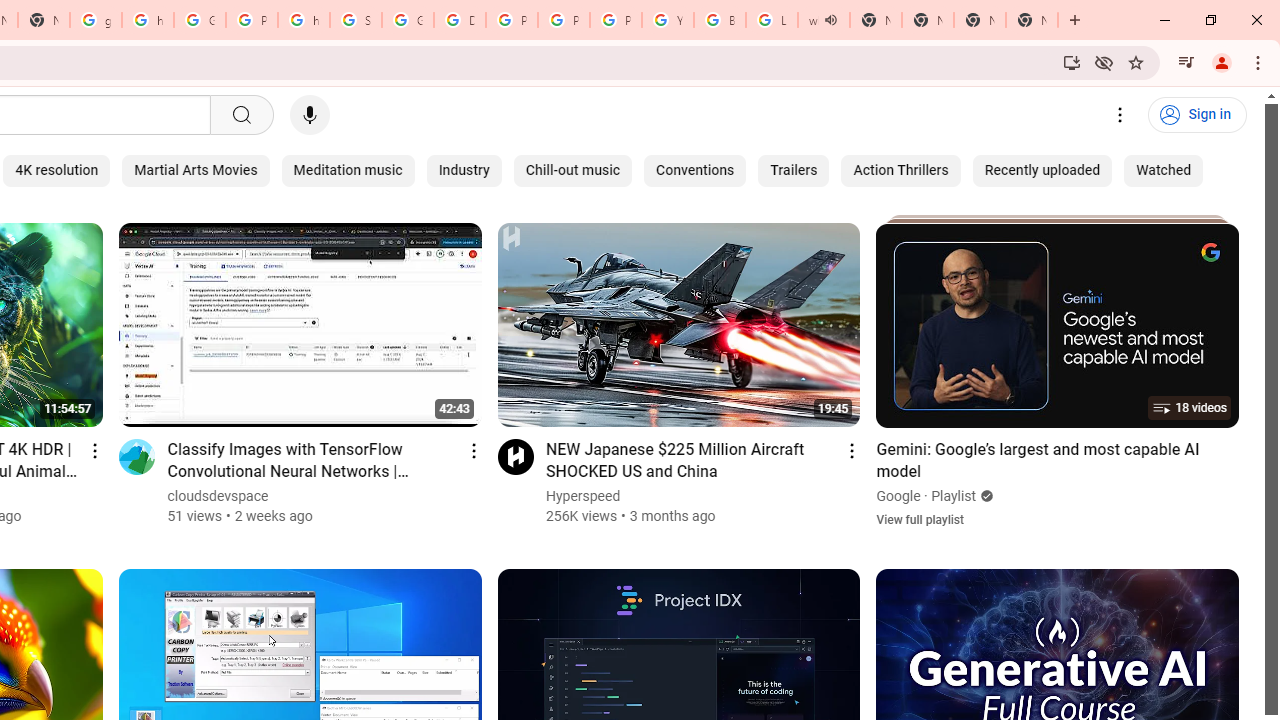 The height and width of the screenshot is (720, 1280). I want to click on 'Verified', so click(984, 495).